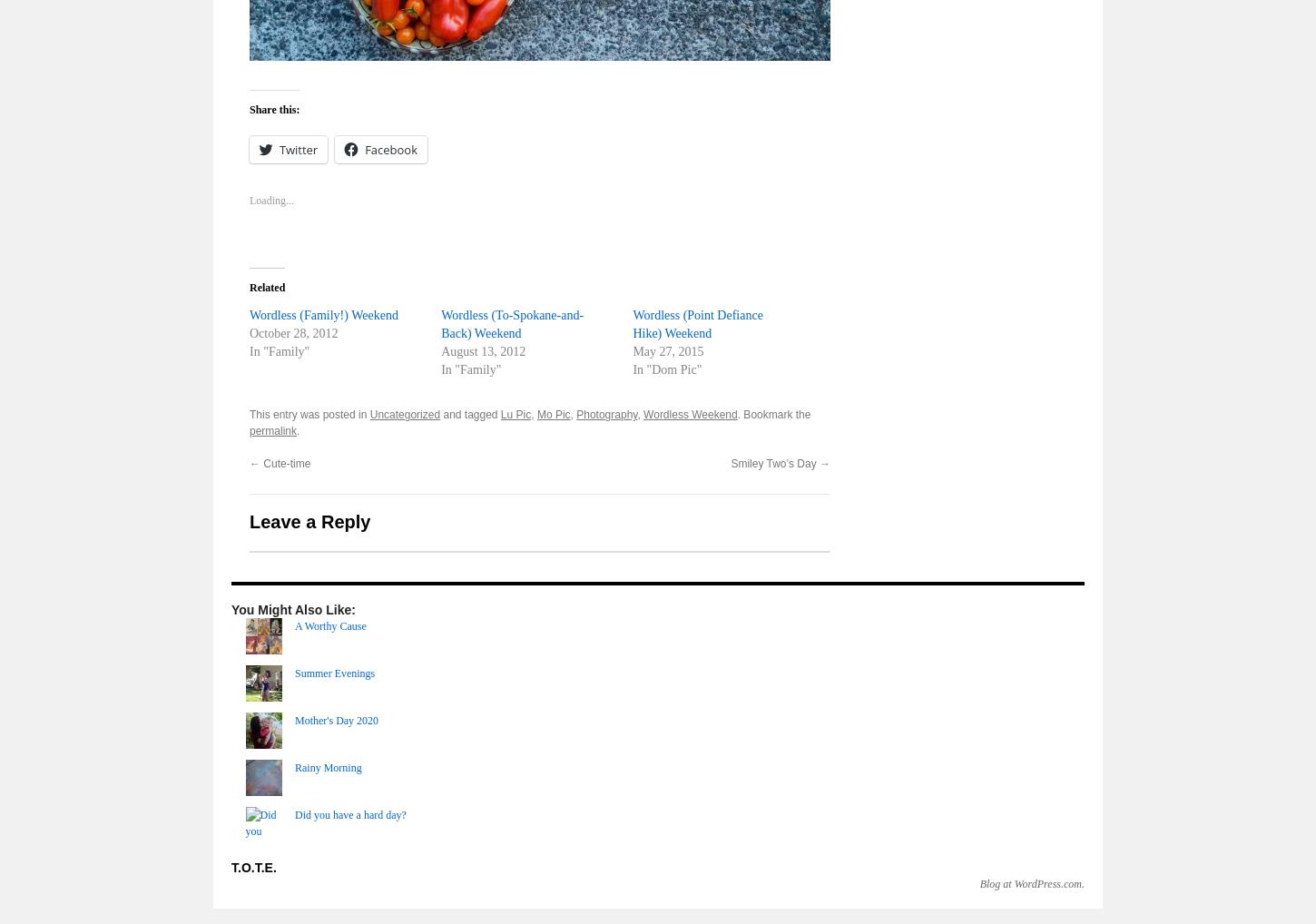 This screenshot has width=1316, height=924. I want to click on 'and tagged', so click(469, 413).